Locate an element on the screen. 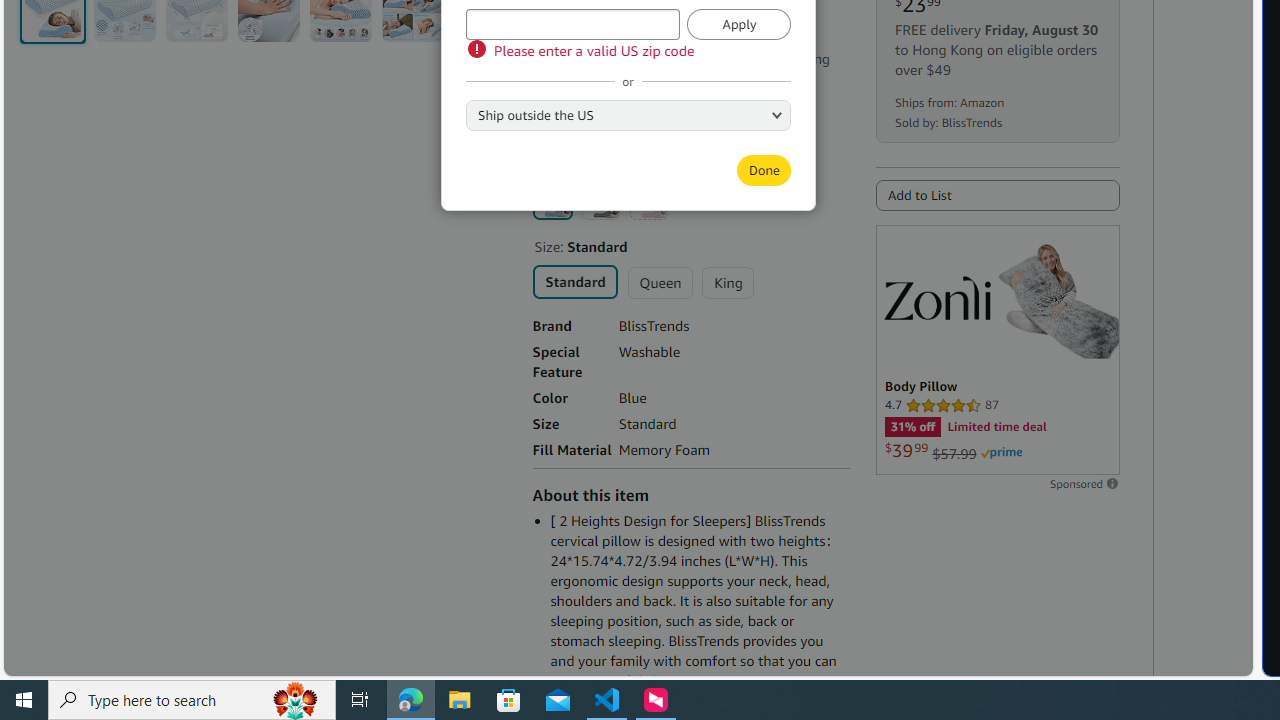 Image resolution: width=1280 pixels, height=720 pixels. 'Pink' is located at coordinates (648, 200).